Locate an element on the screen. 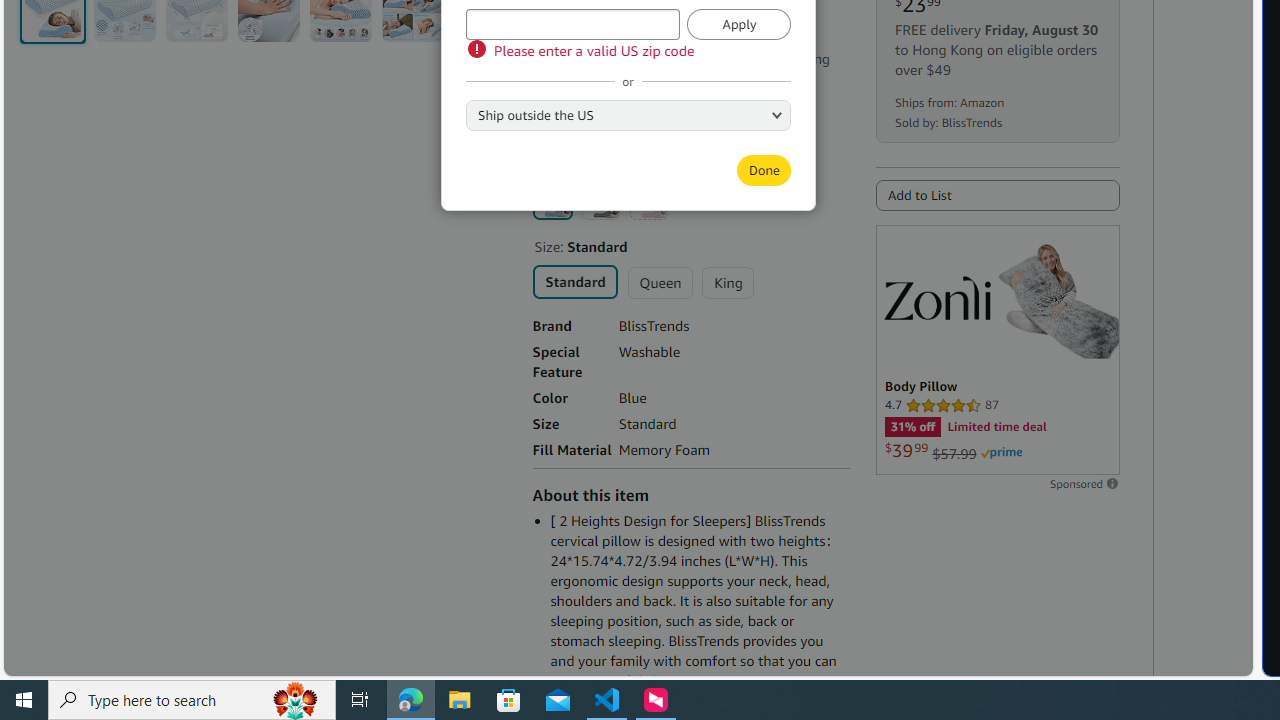 Image resolution: width=1280 pixels, height=720 pixels. 'Pink' is located at coordinates (648, 200).